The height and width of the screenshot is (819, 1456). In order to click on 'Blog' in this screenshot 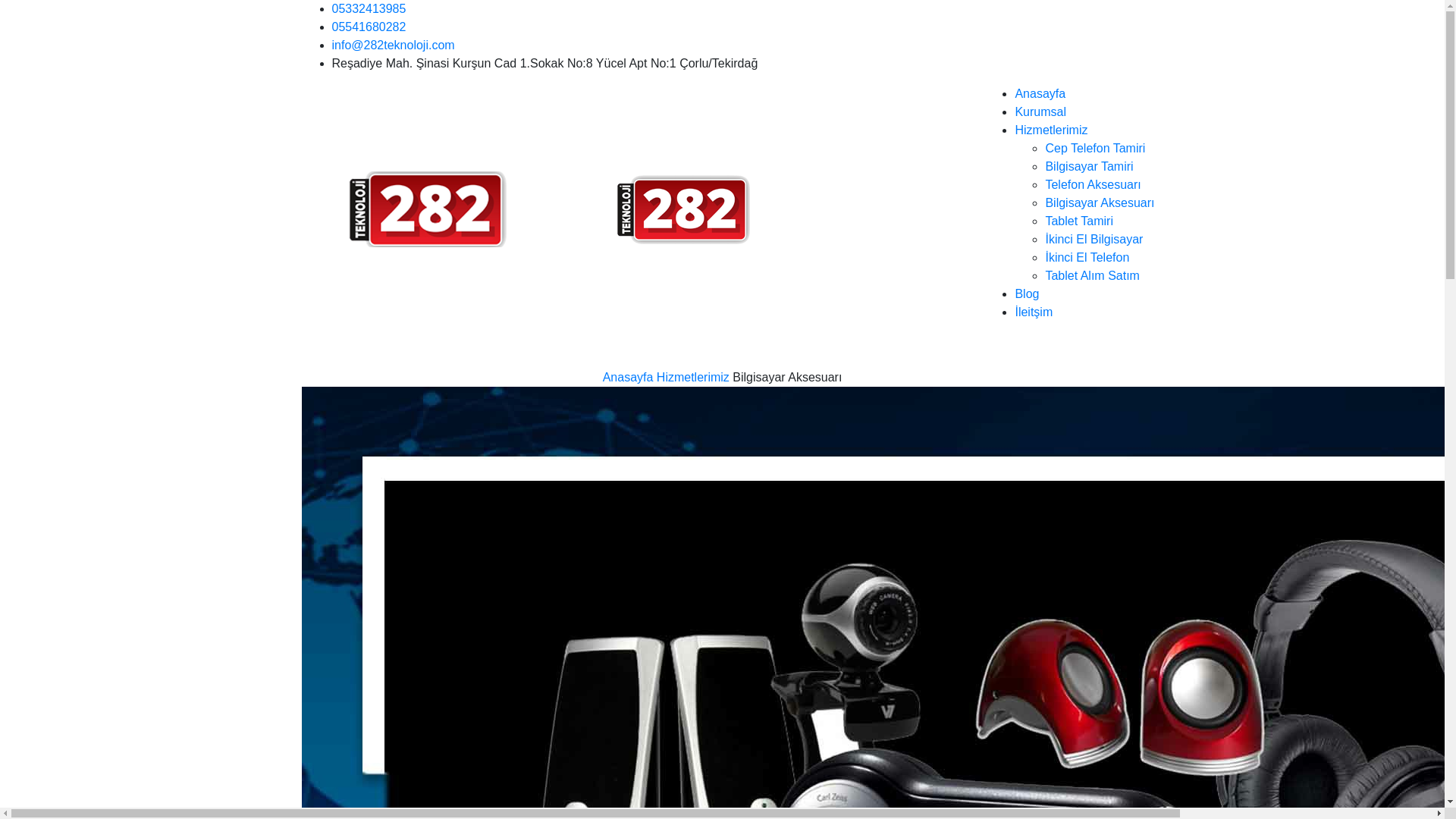, I will do `click(1026, 293)`.